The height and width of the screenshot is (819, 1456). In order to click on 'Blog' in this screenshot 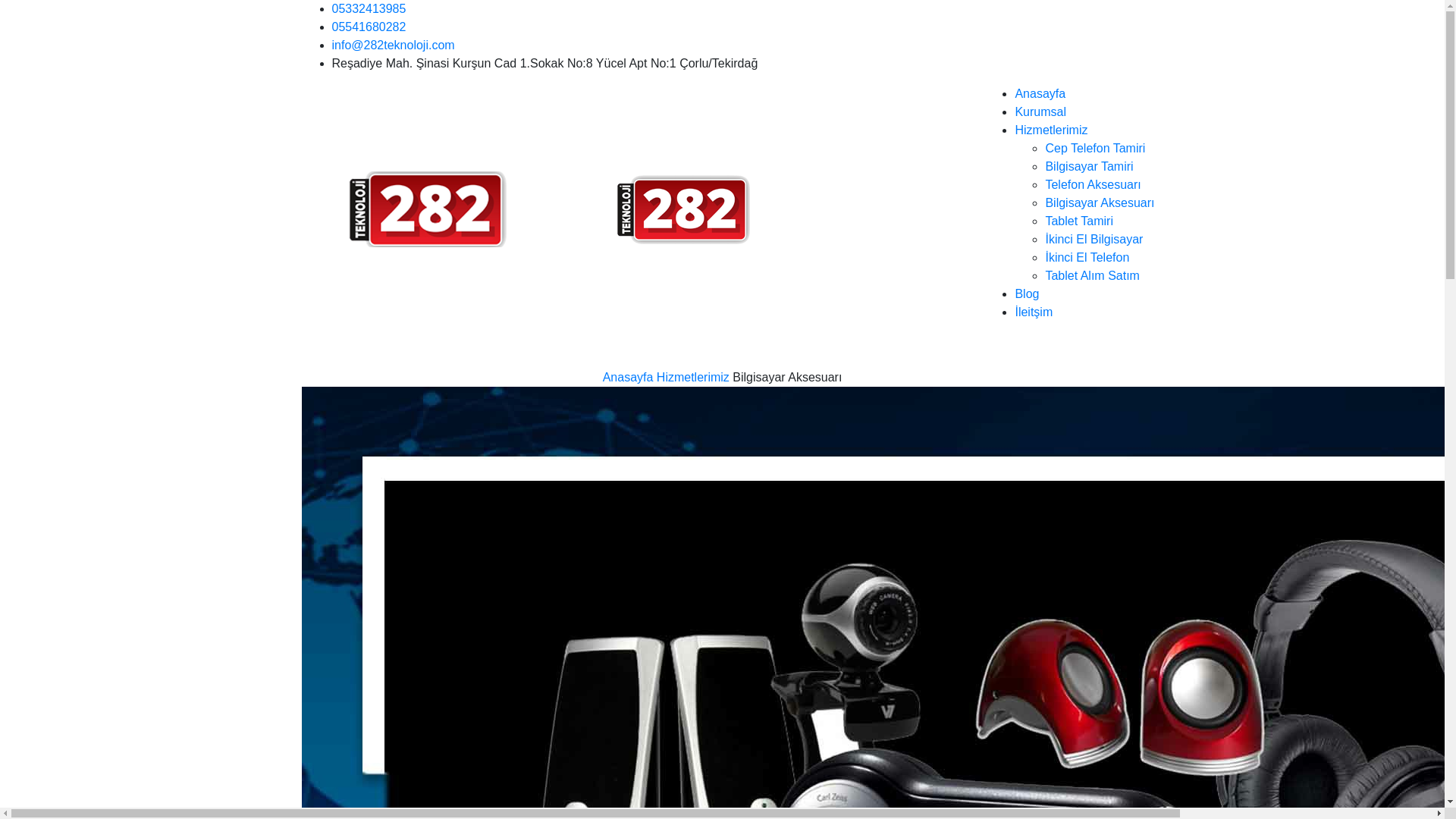, I will do `click(1026, 293)`.